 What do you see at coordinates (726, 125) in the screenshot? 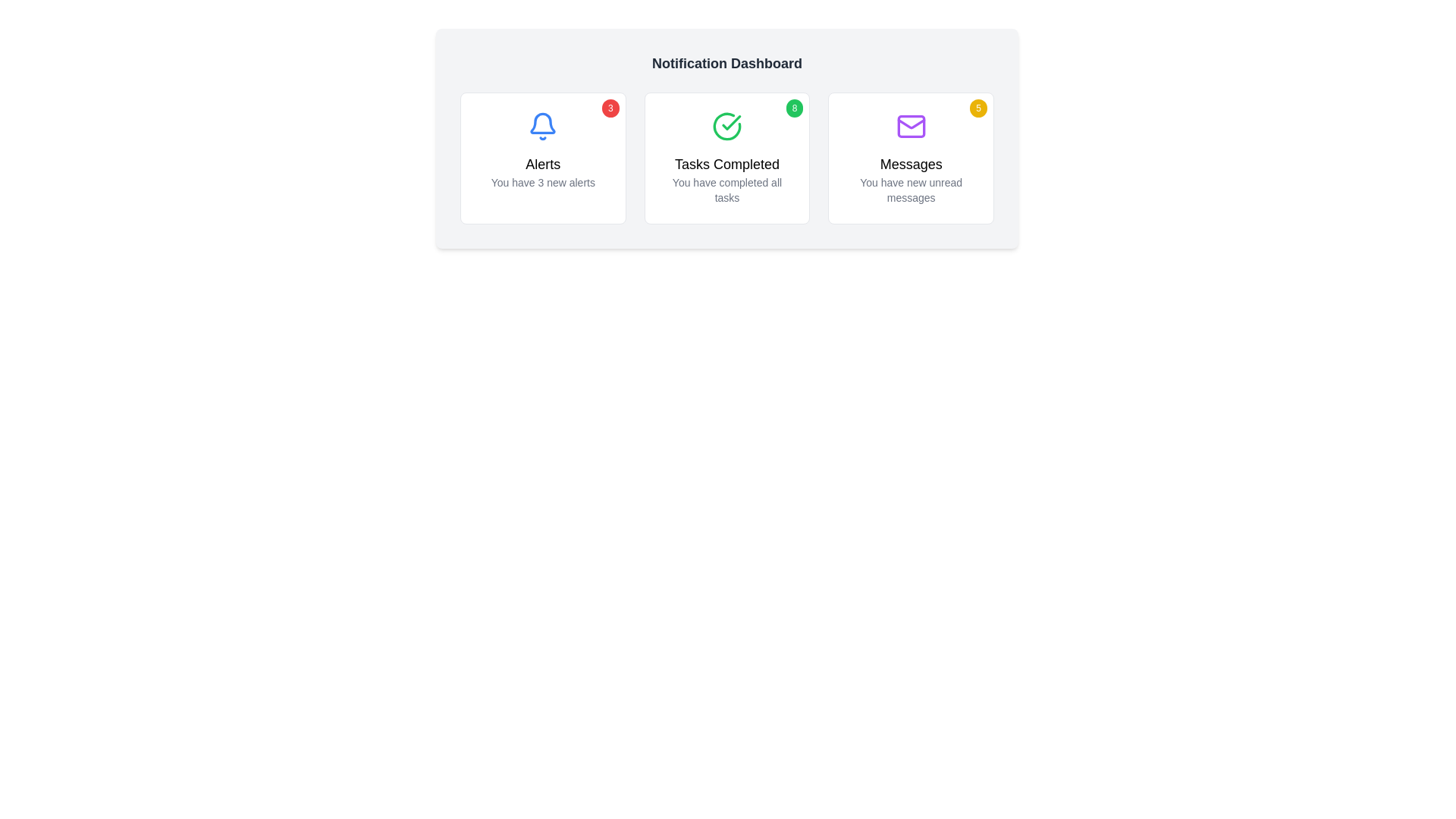
I see `the visual indicator for completed tasks located at the top center of the 'Tasks Completed' card in the 'Notification Dashboard' interface` at bounding box center [726, 125].